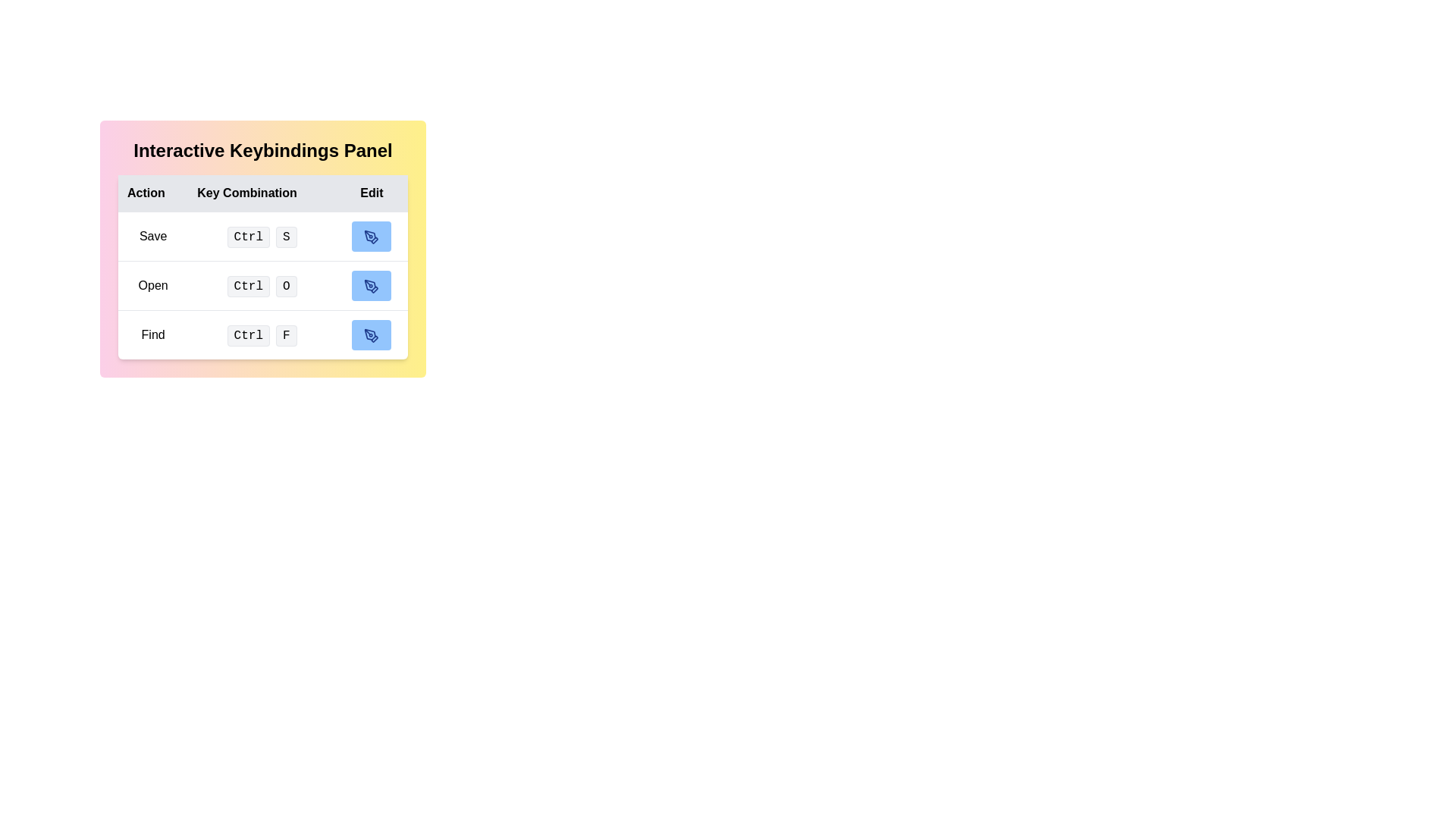 The image size is (1456, 819). I want to click on the 'Ctrl' button-like label with a light gray background and rounded corners, located in the Key Combination column of the third row labeled 'Find', so click(248, 334).